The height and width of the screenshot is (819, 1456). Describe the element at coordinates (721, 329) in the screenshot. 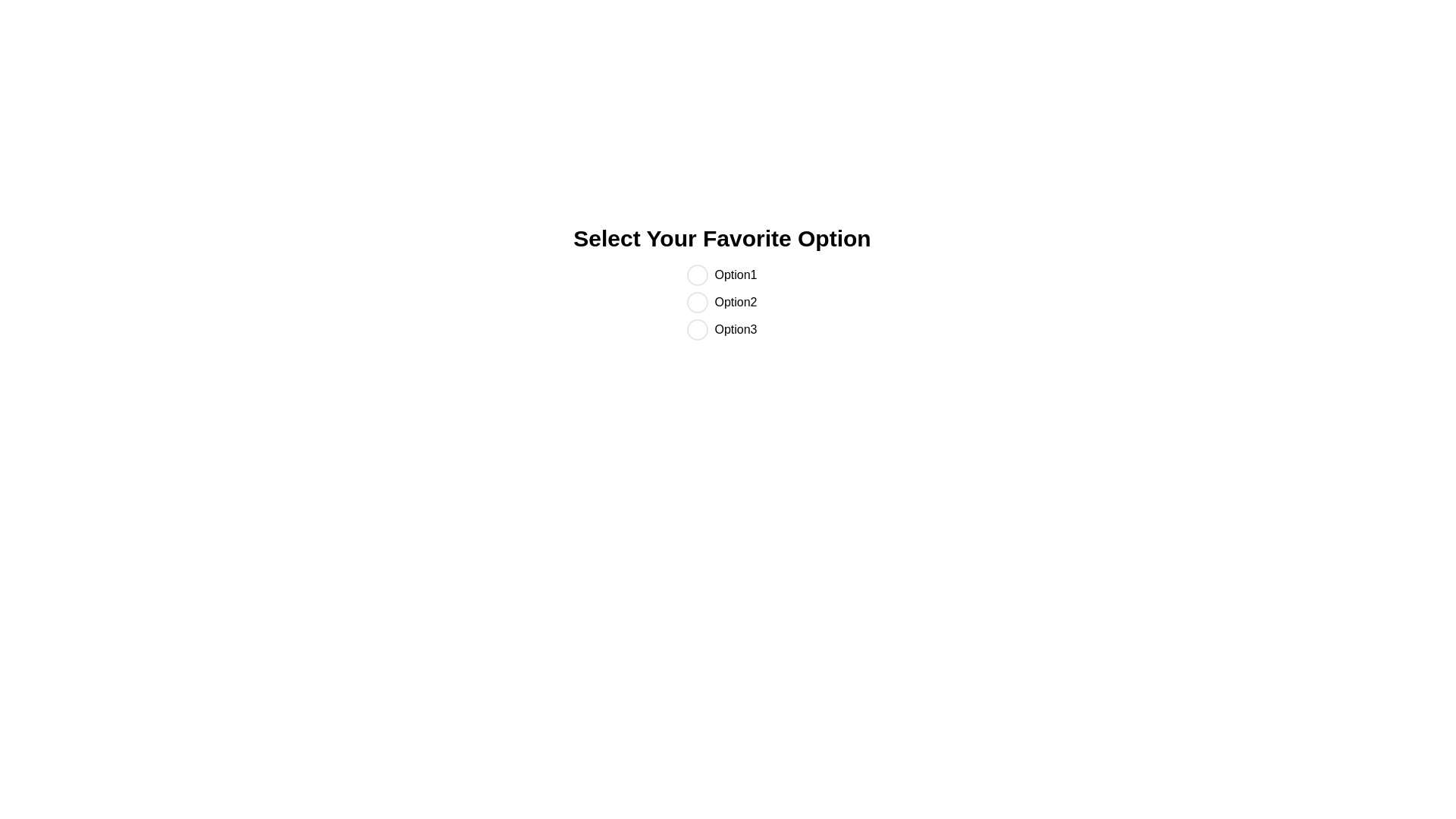

I see `the 'Option3' radio button` at that location.